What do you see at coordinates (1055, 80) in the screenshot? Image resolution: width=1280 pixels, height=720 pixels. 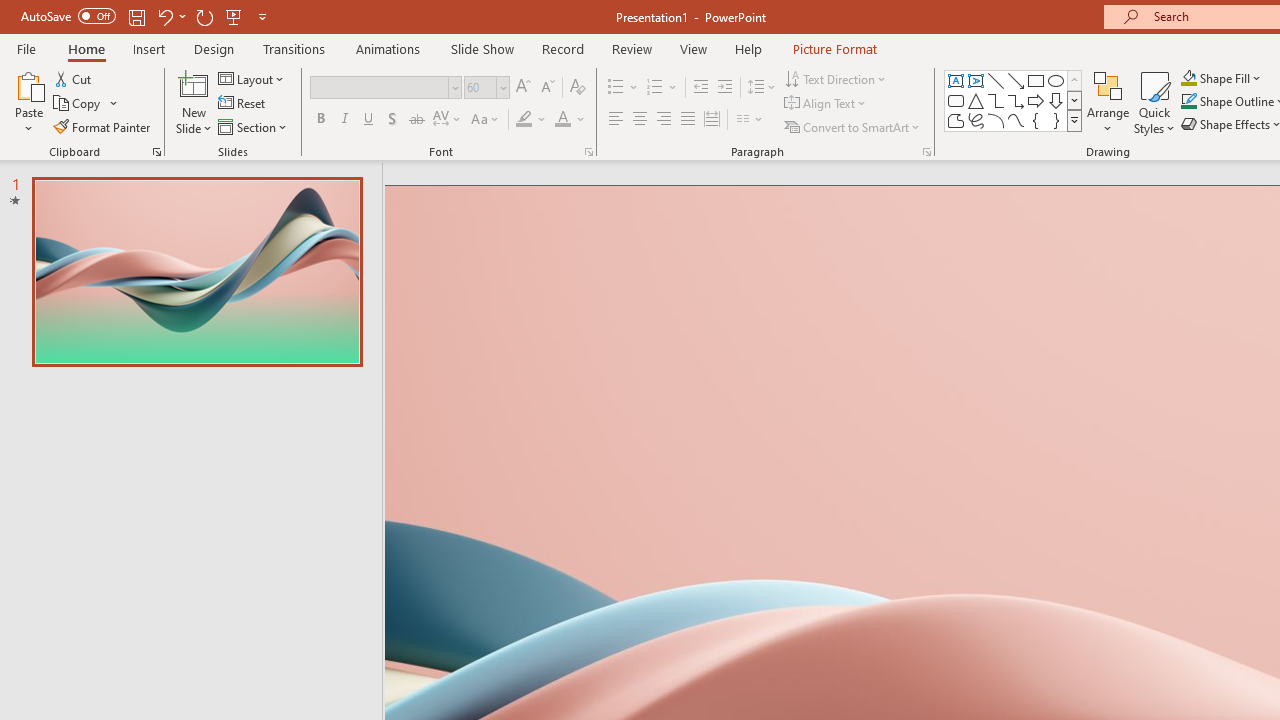 I see `'Oval'` at bounding box center [1055, 80].